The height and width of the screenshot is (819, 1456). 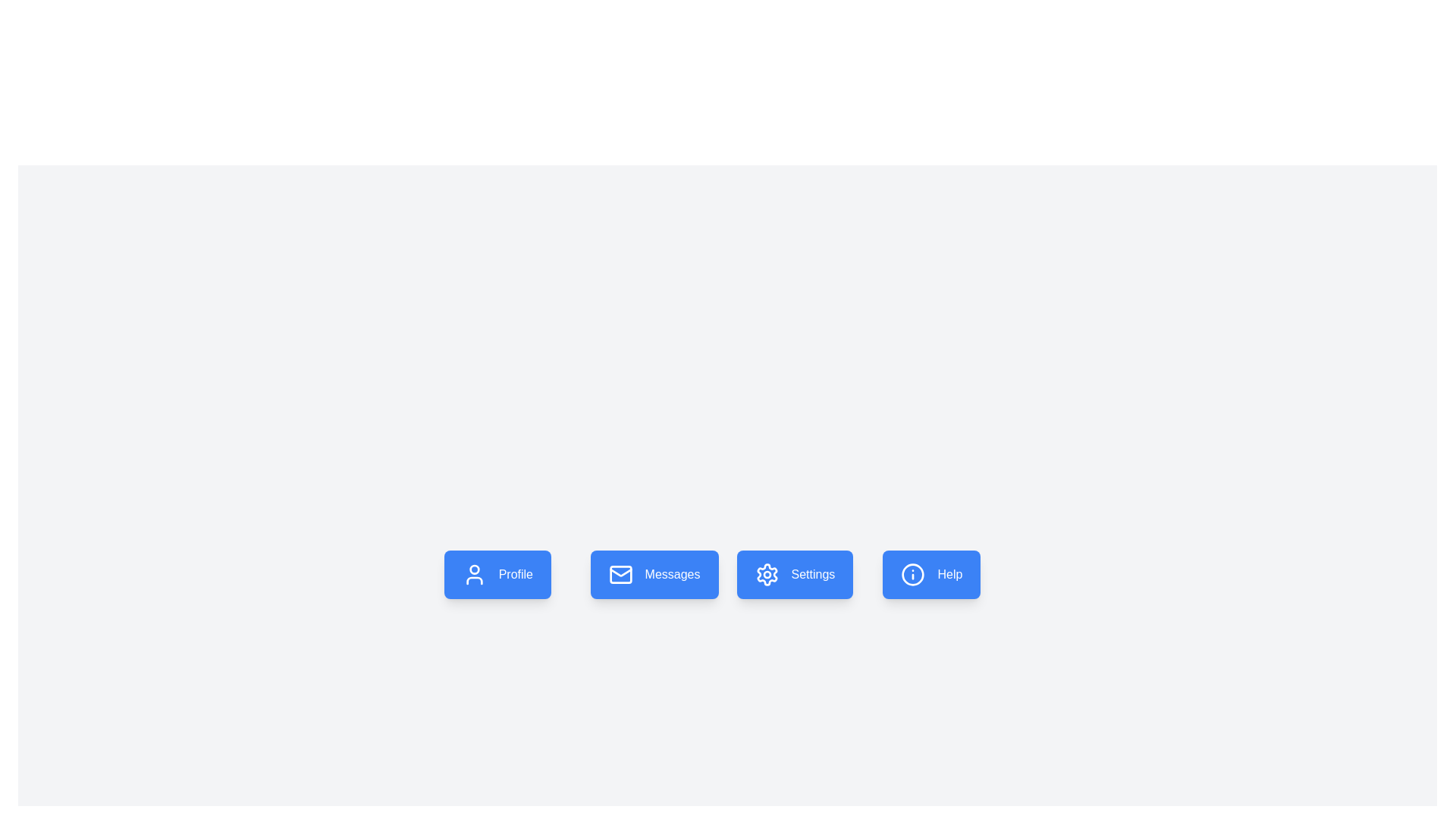 I want to click on the 'Help' button, which is a rectangular button with a white font label and blue background, located at the bottom-center of the interface, adjacent to the 'Settings' button, so click(x=930, y=575).